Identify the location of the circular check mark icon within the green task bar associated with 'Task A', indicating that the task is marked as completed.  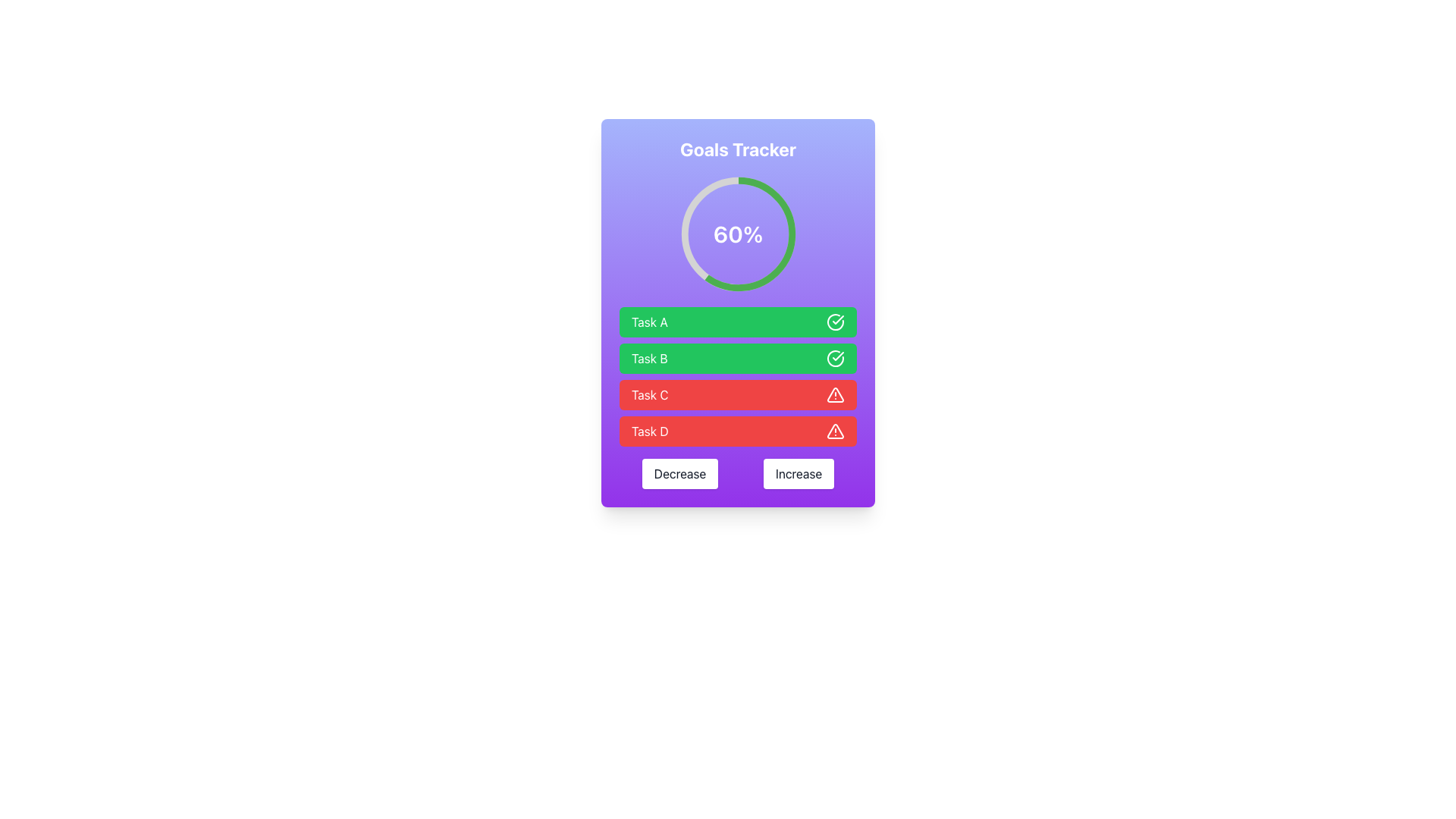
(835, 321).